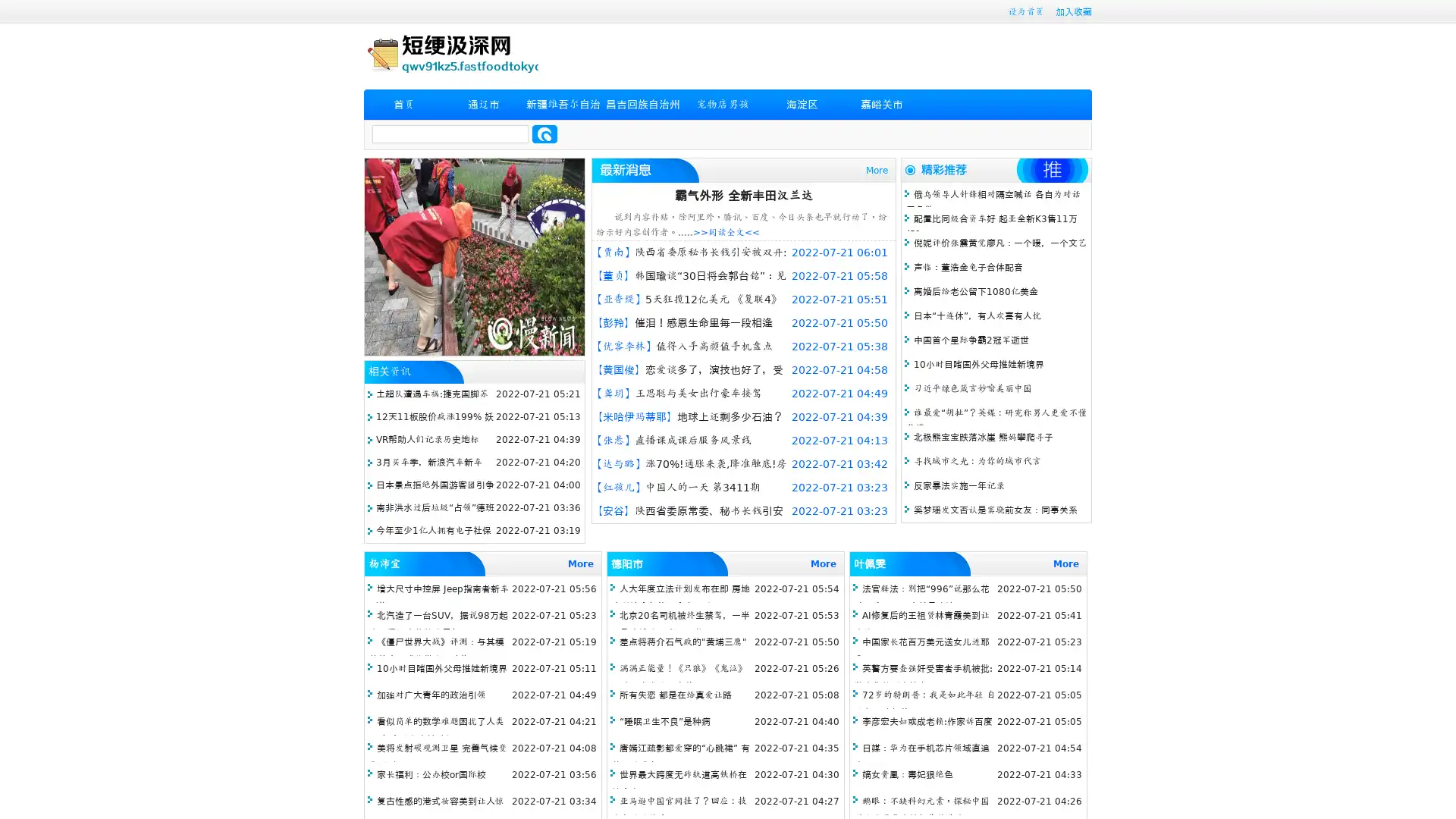 Image resolution: width=1456 pixels, height=819 pixels. Describe the element at coordinates (544, 133) in the screenshot. I see `Search` at that location.